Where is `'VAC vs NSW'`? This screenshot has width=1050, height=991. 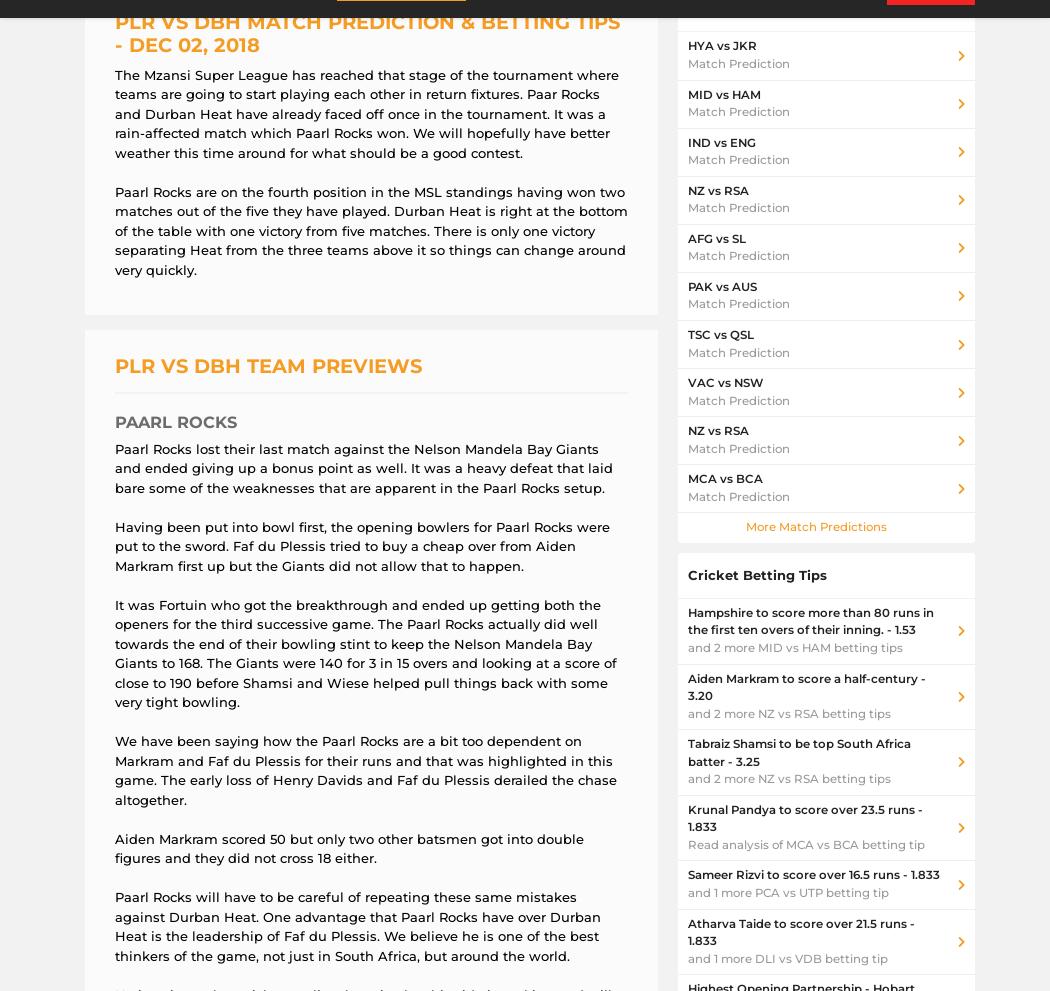 'VAC vs NSW' is located at coordinates (724, 382).